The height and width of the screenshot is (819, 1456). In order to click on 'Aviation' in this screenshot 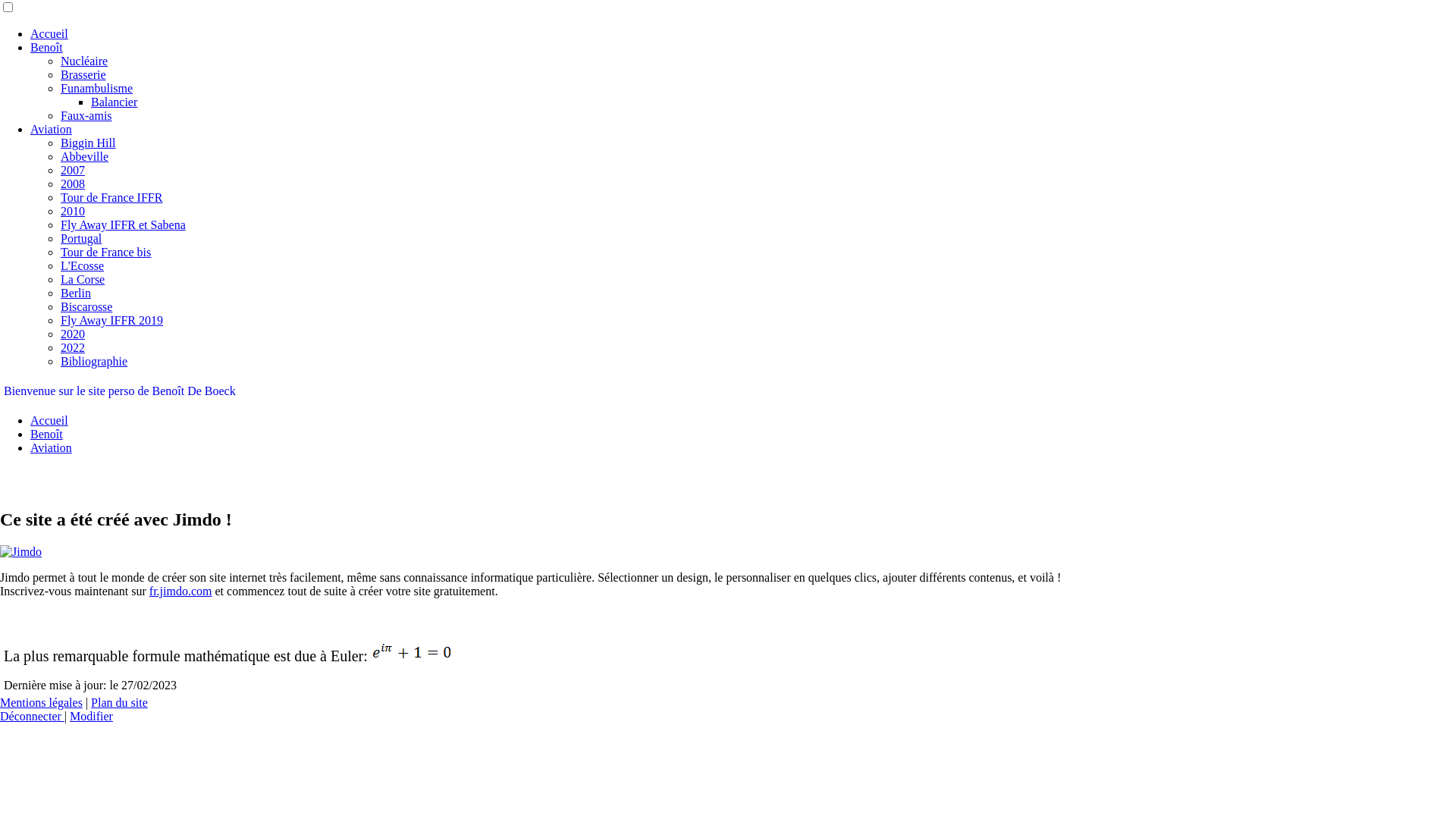, I will do `click(51, 447)`.